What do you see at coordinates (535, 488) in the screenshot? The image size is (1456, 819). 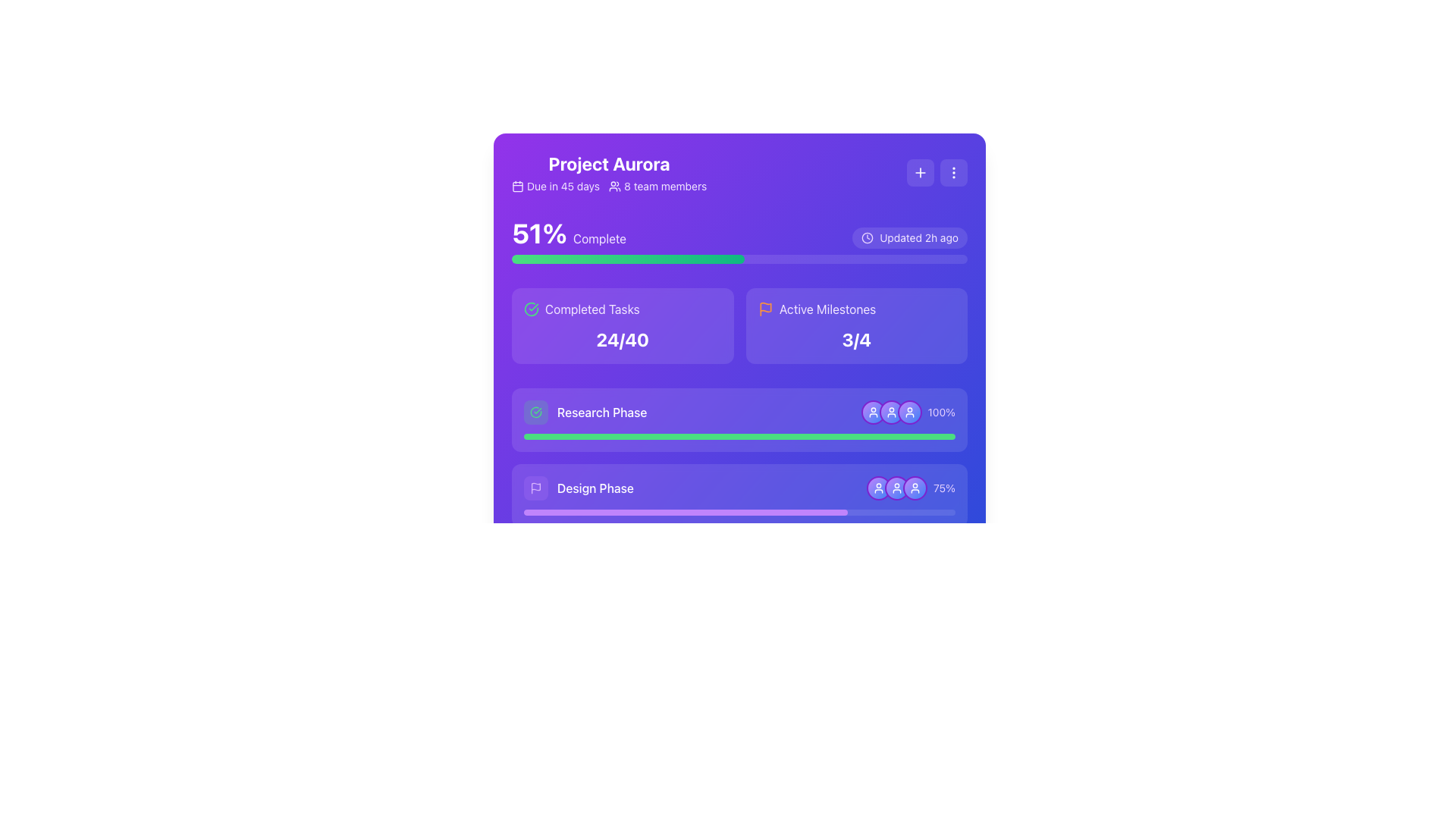 I see `the purple flag icon located in the rounded background area, which is the second item on the right side of a compact rectangular feature segment` at bounding box center [535, 488].